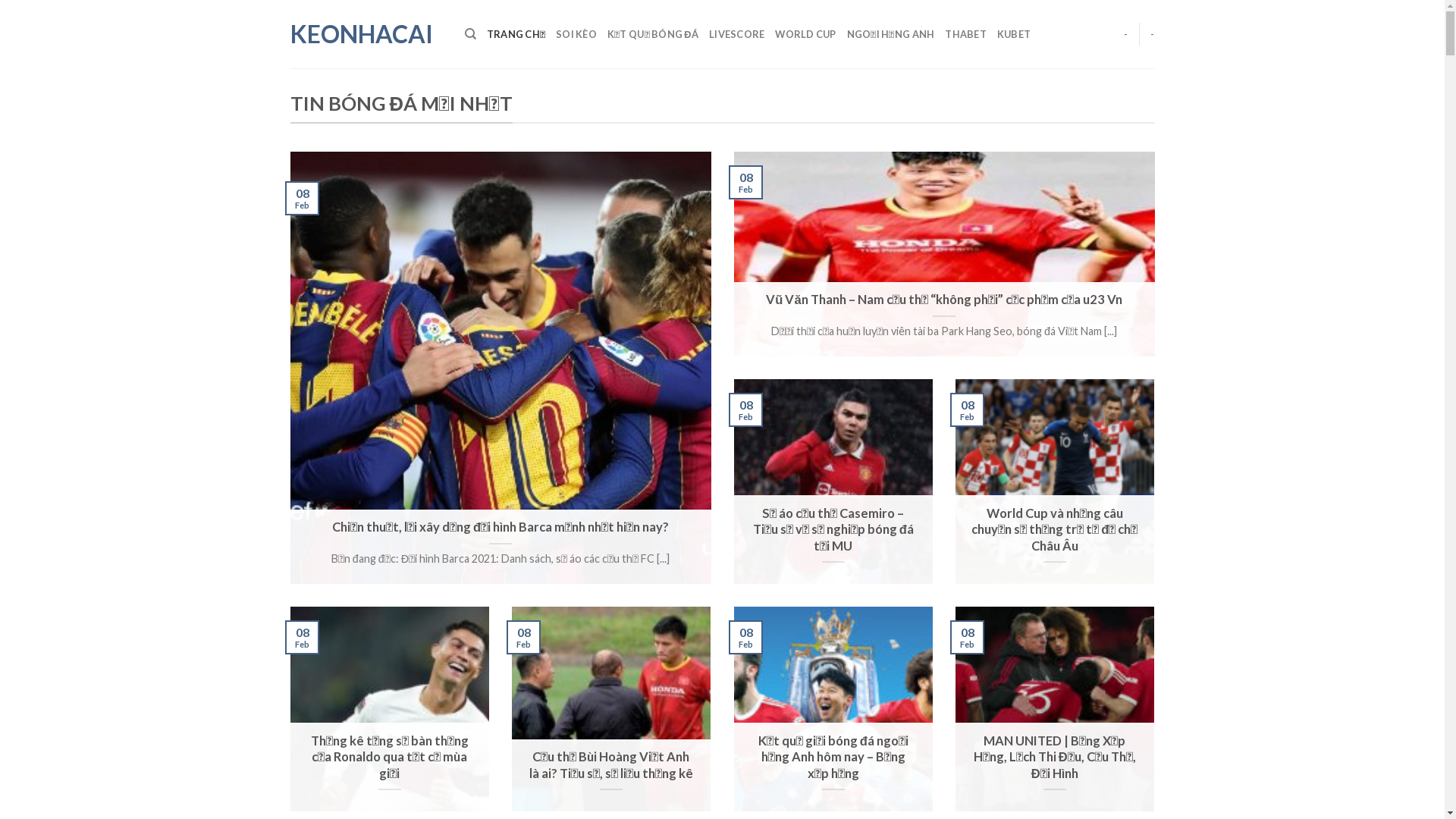 The height and width of the screenshot is (819, 1456). What do you see at coordinates (365, 34) in the screenshot?
I see `'KEONHACAI'` at bounding box center [365, 34].